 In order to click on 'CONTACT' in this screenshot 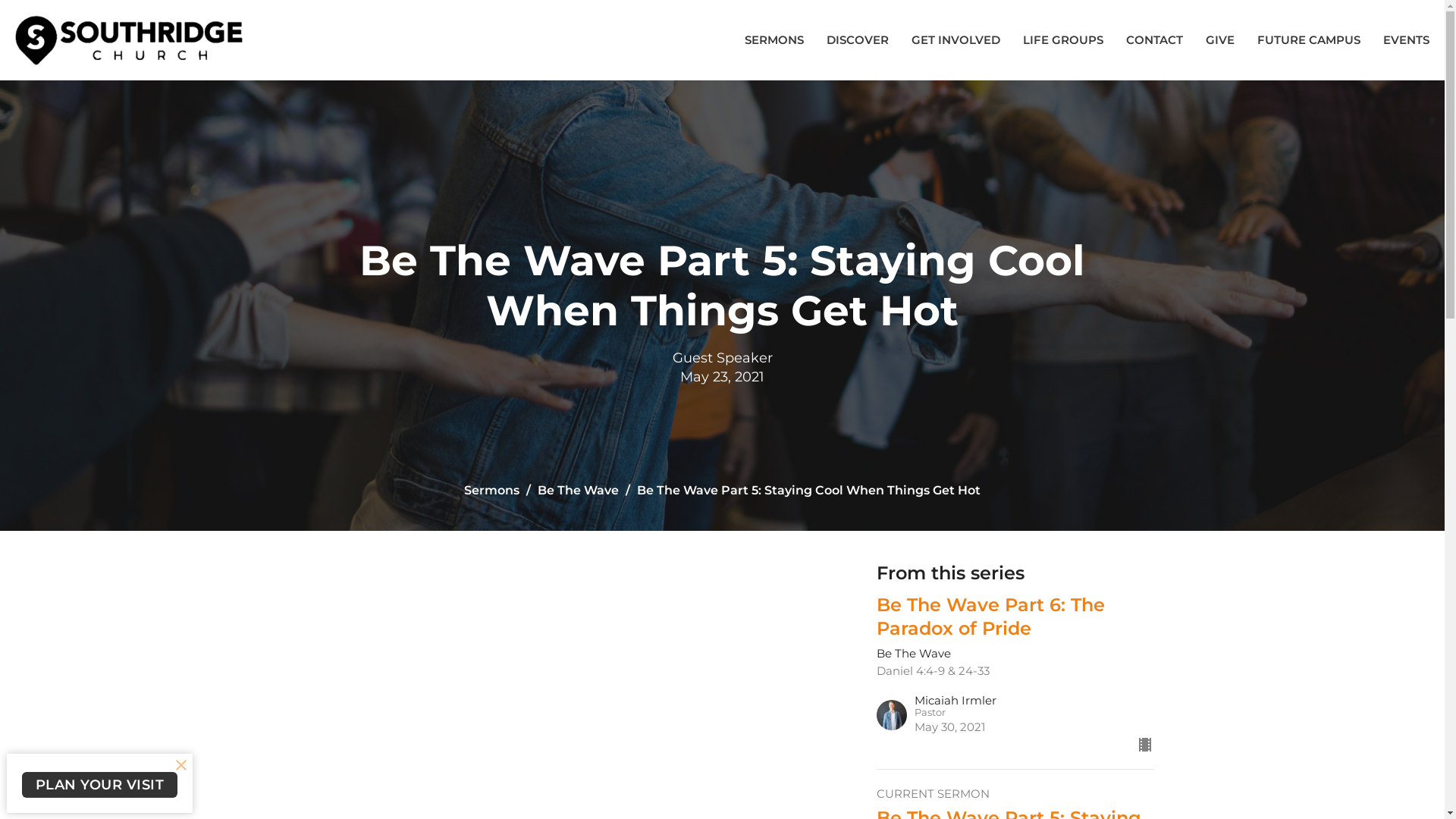, I will do `click(1153, 39)`.